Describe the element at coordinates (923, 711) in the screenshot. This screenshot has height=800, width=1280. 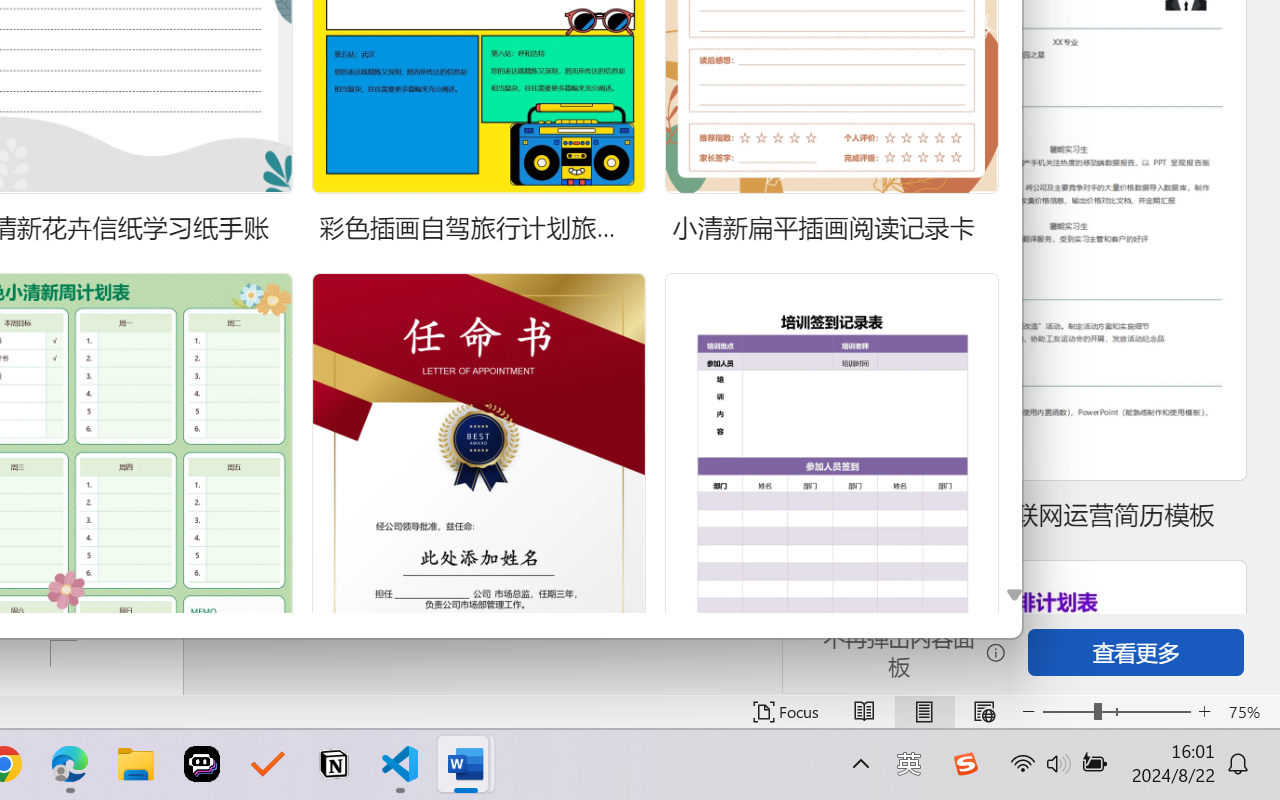
I see `'Print Layout'` at that location.